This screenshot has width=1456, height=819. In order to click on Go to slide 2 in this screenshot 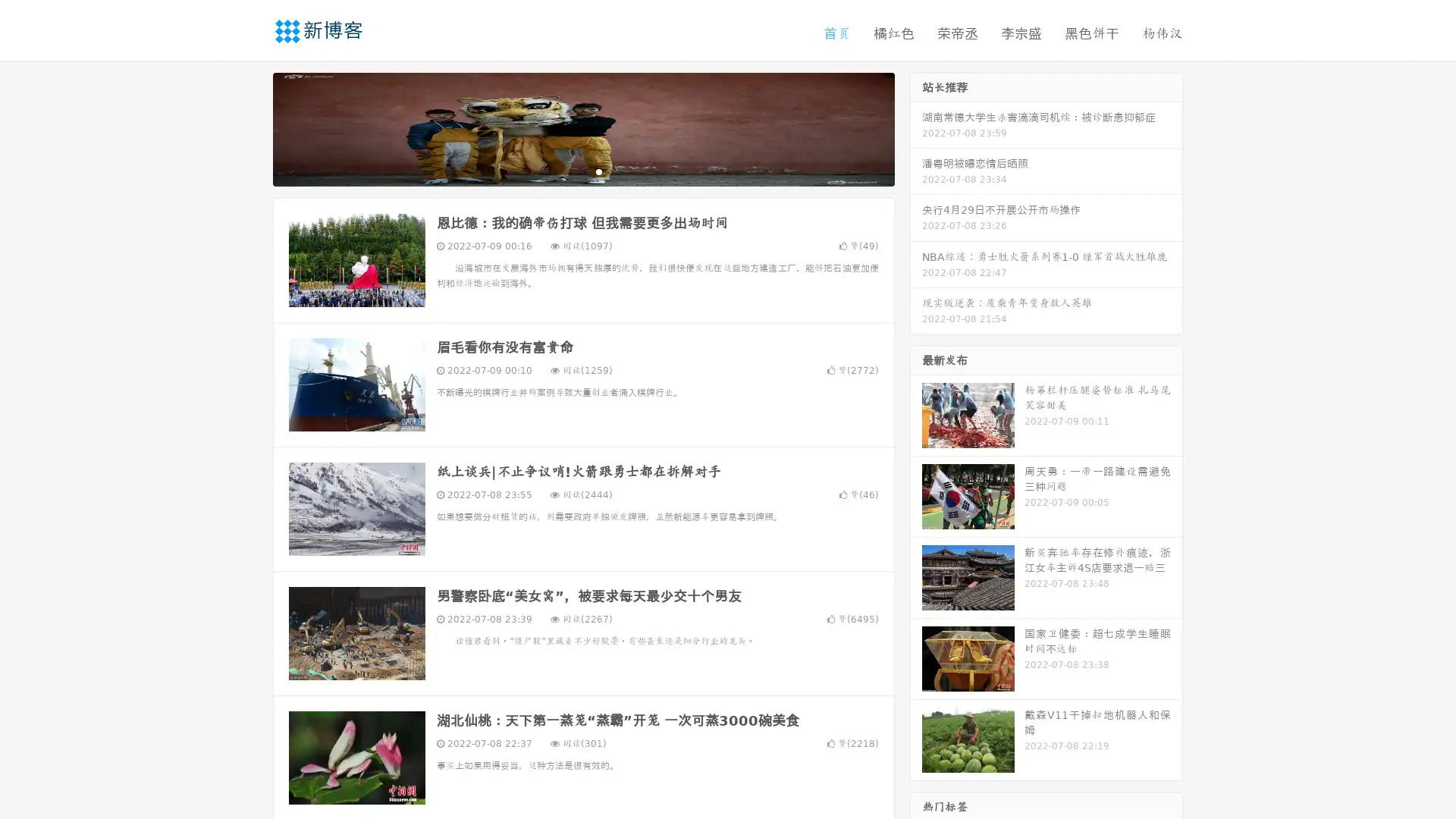, I will do `click(582, 171)`.